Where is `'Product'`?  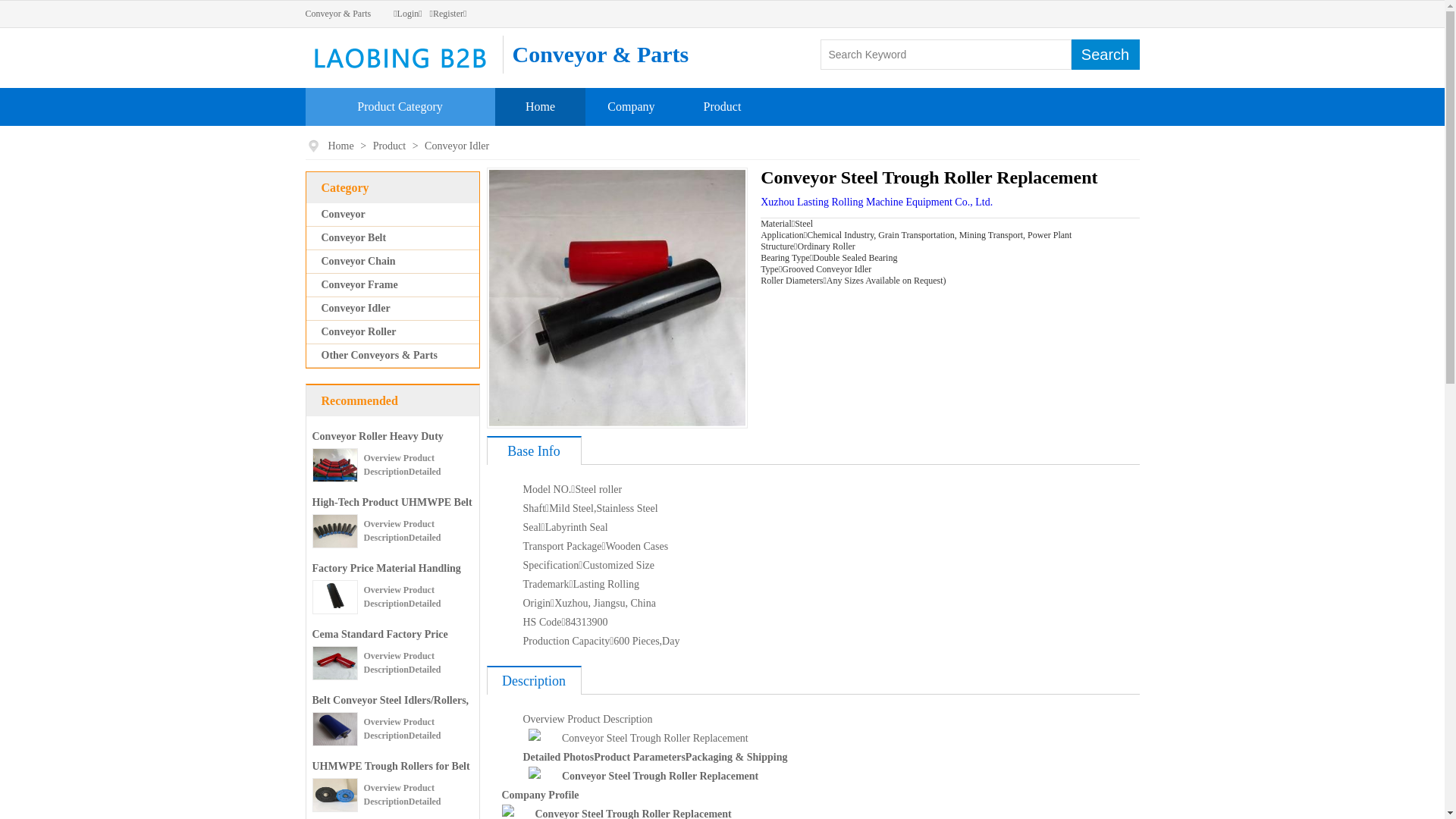 'Product' is located at coordinates (391, 146).